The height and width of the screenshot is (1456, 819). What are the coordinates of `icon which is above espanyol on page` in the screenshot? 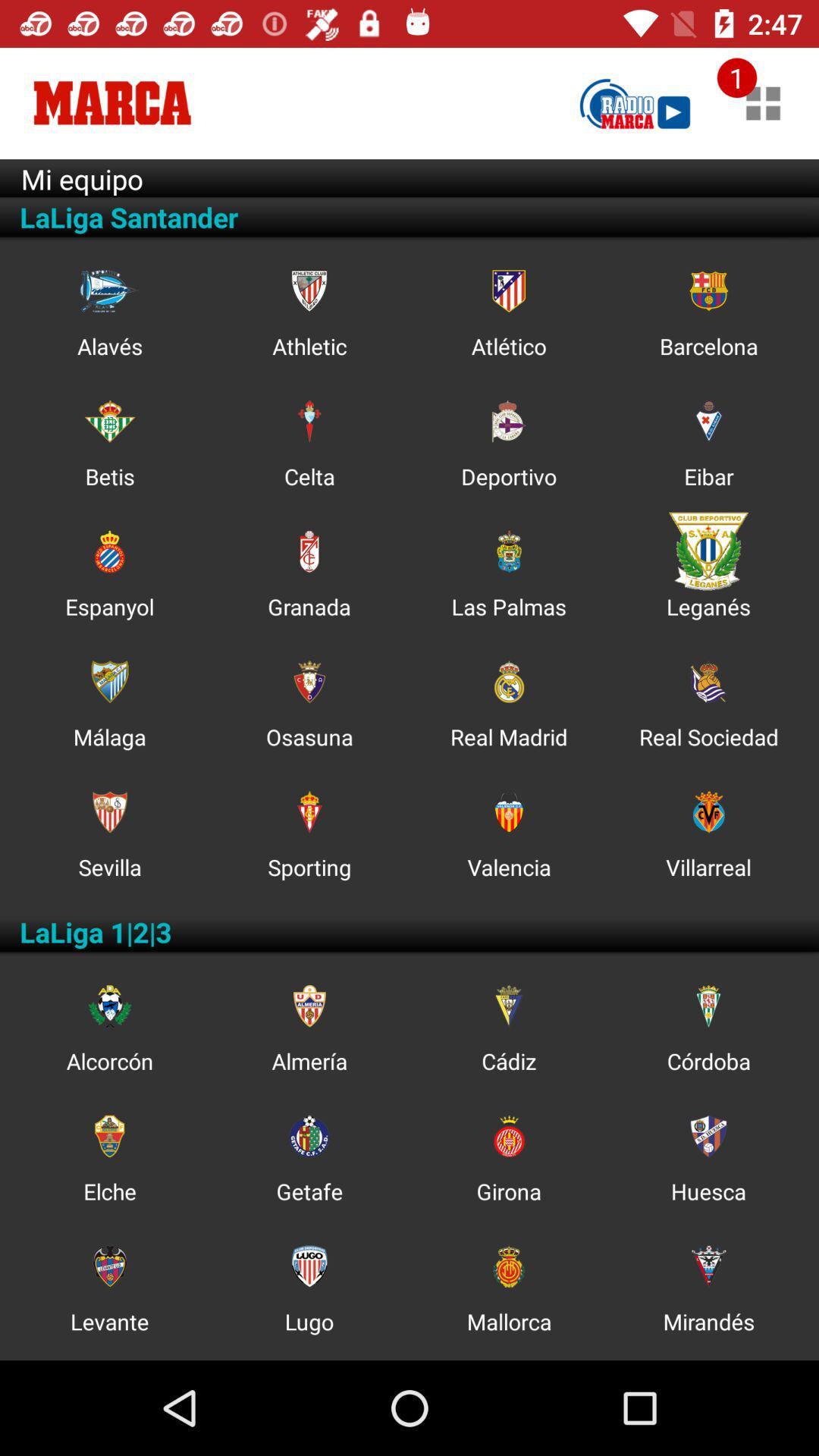 It's located at (108, 551).